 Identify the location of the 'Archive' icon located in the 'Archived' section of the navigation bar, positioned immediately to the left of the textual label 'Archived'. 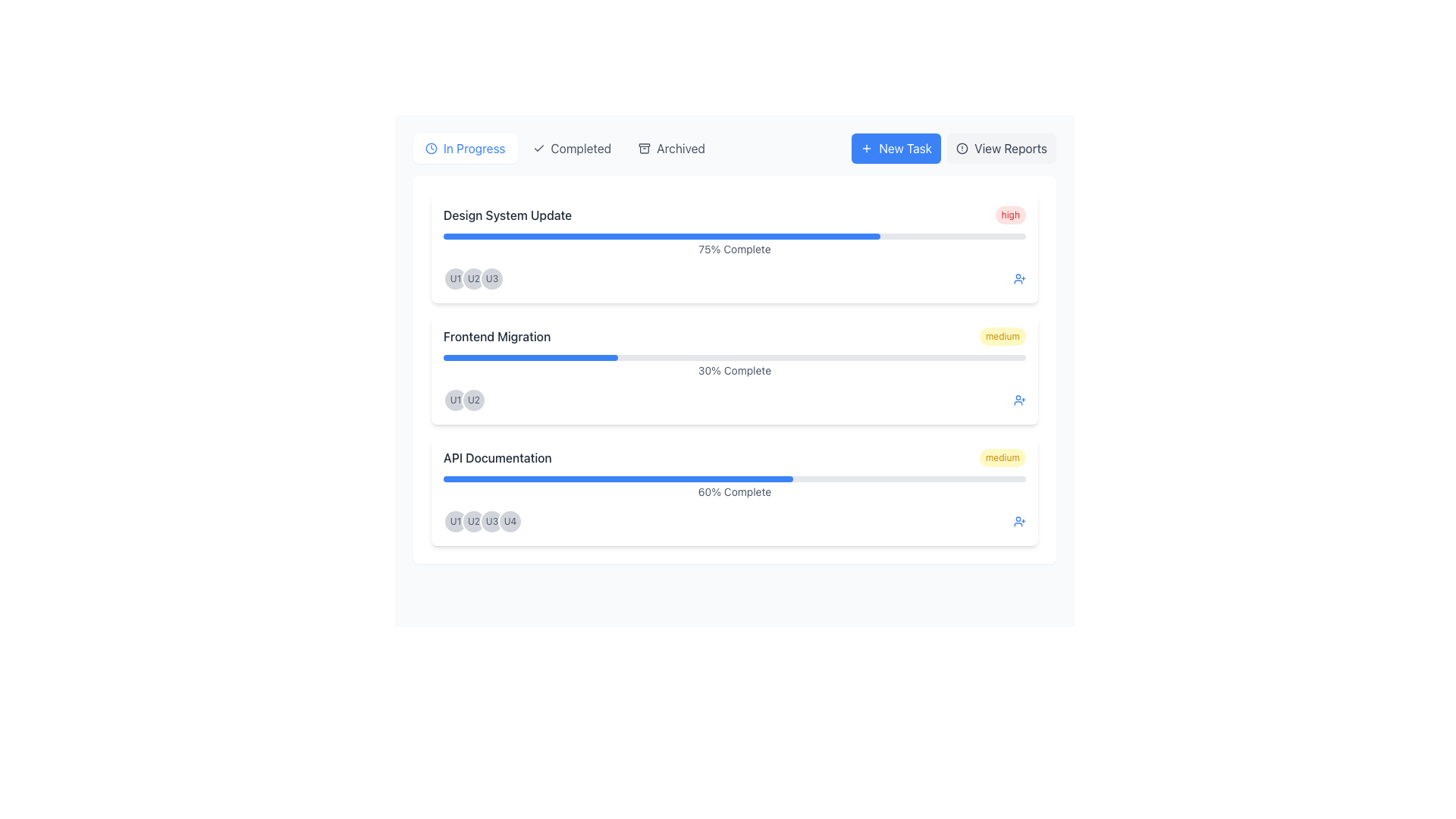
(645, 149).